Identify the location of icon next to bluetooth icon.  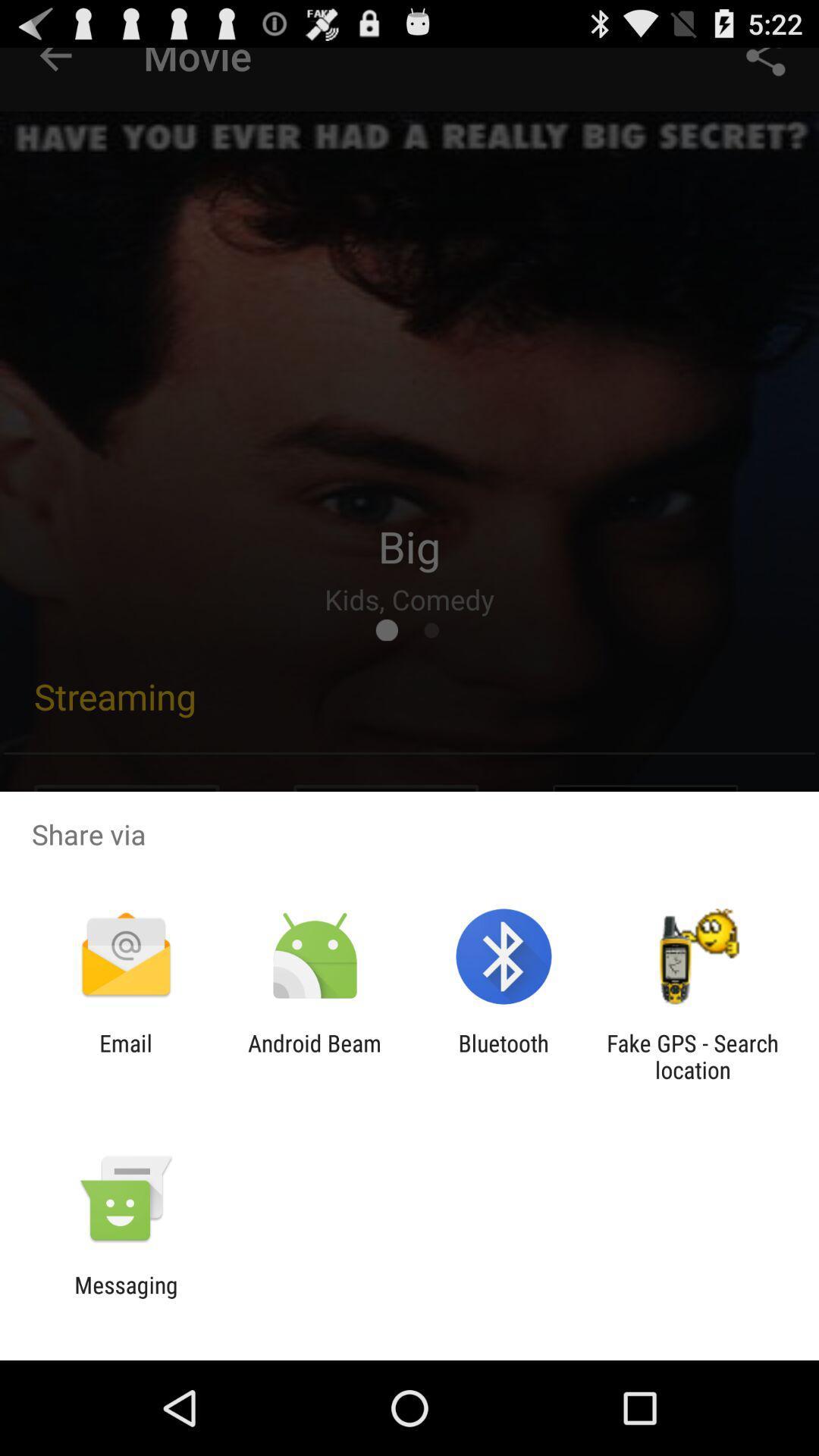
(314, 1056).